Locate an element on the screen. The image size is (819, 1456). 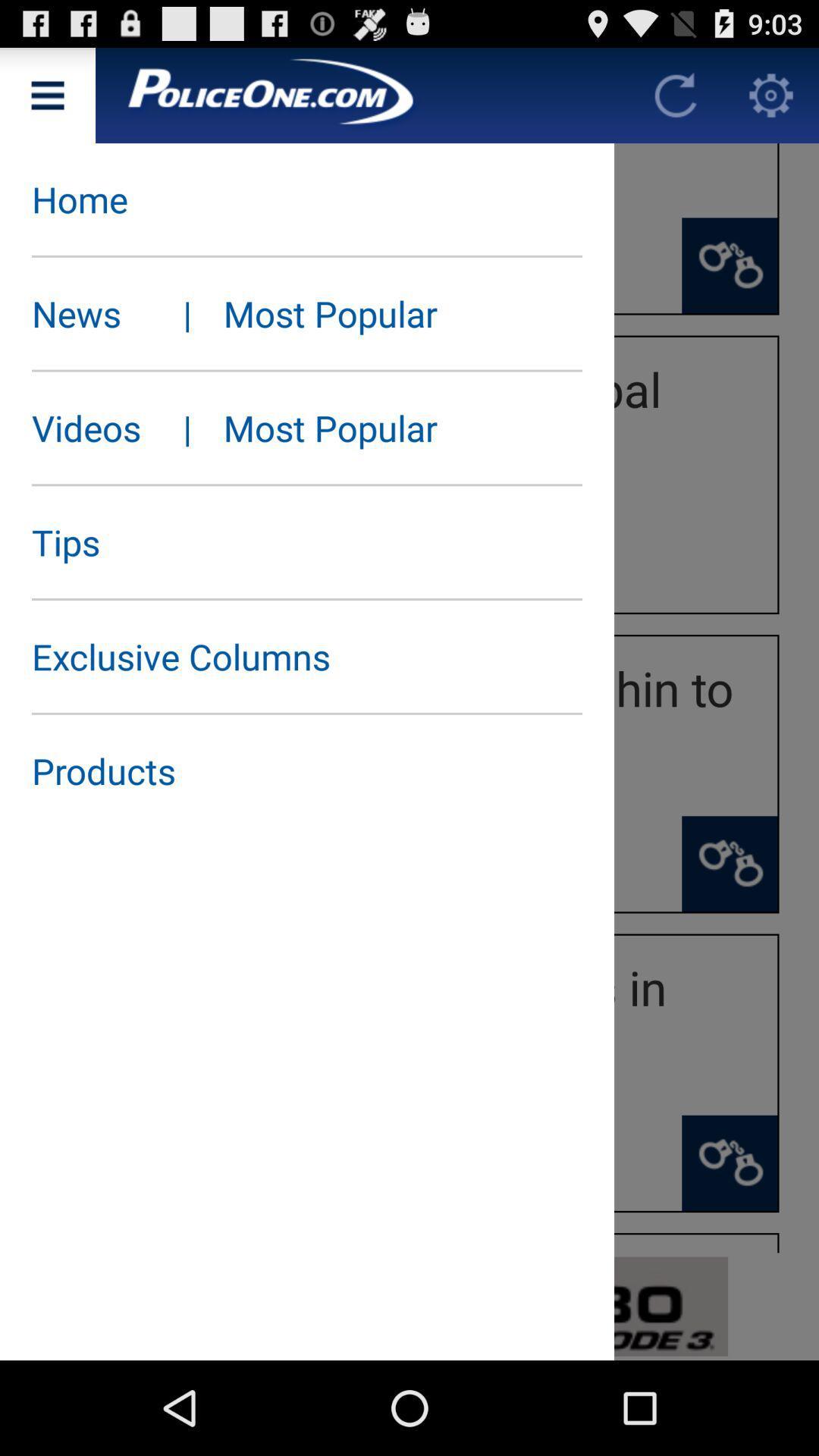
setting icon at the top right corner is located at coordinates (771, 94).